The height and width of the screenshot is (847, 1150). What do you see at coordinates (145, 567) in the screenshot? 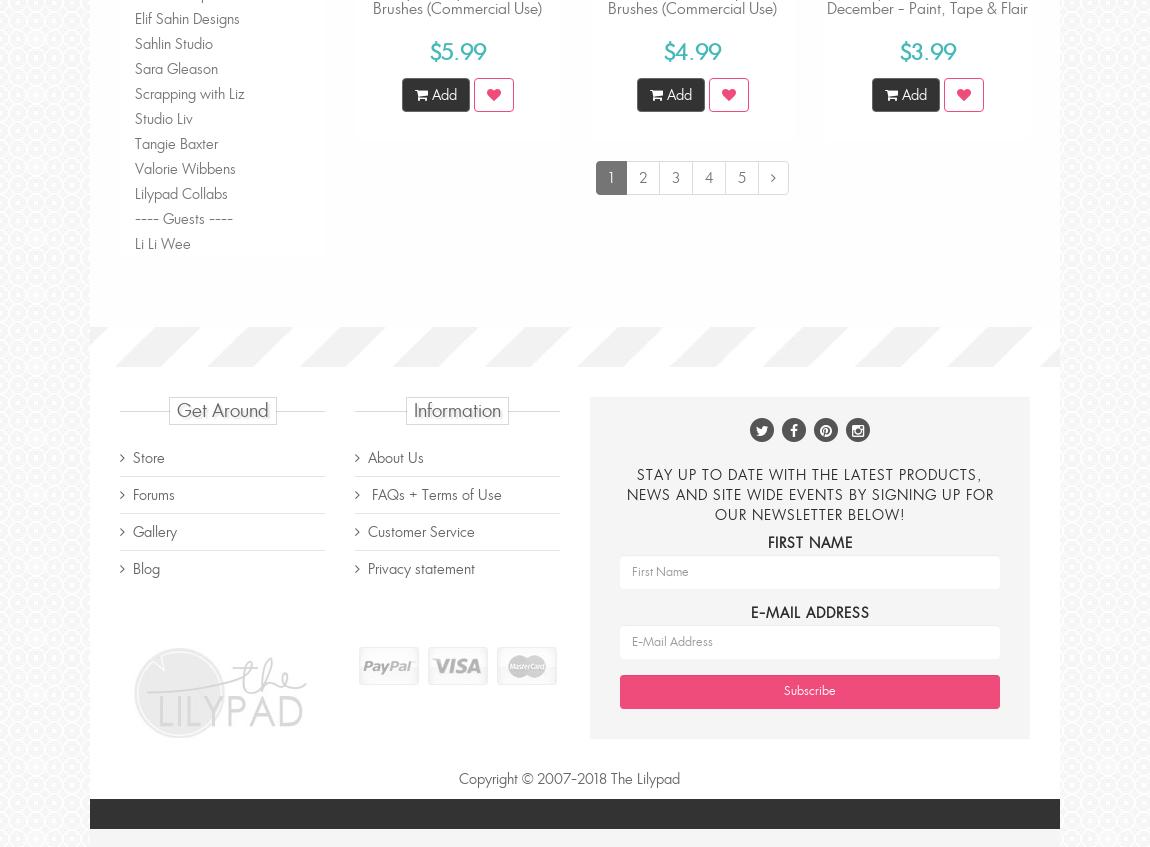
I see `'Blog'` at bounding box center [145, 567].